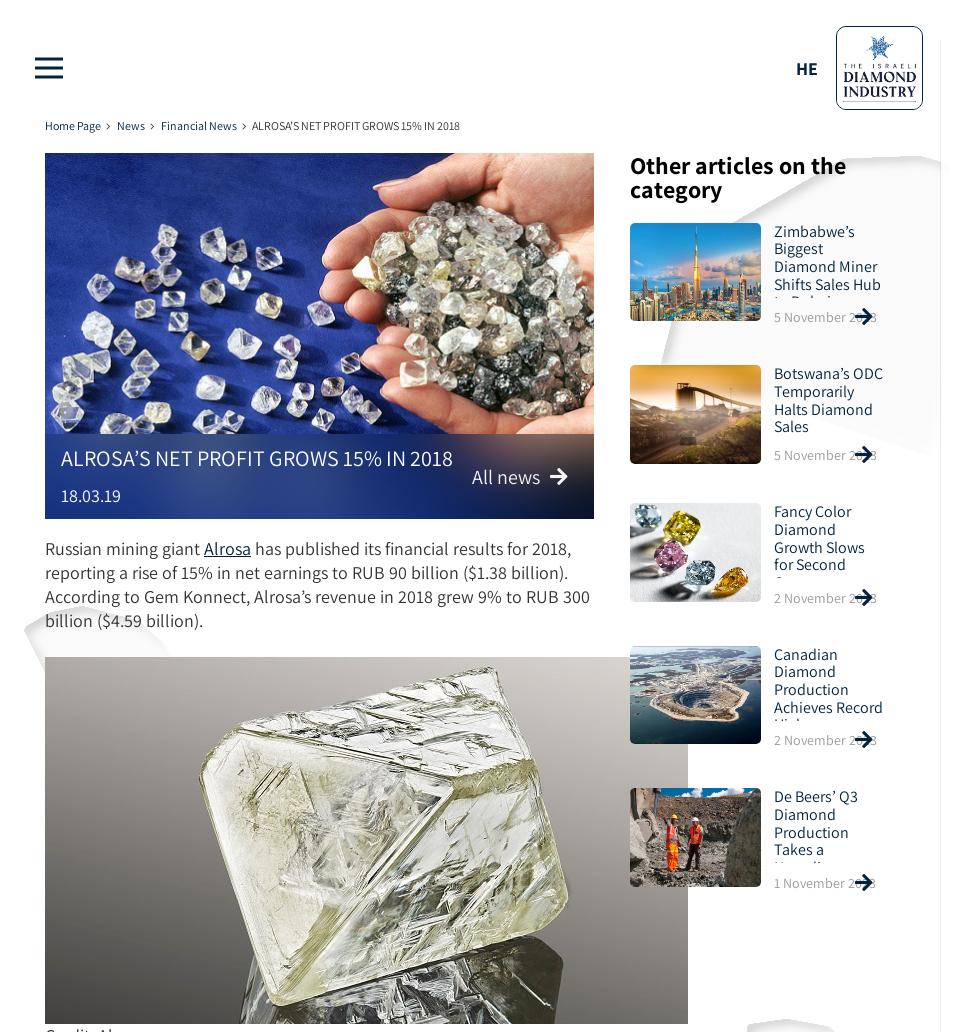 This screenshot has height=1032, width=953. Describe the element at coordinates (469, 474) in the screenshot. I see `'All news'` at that location.